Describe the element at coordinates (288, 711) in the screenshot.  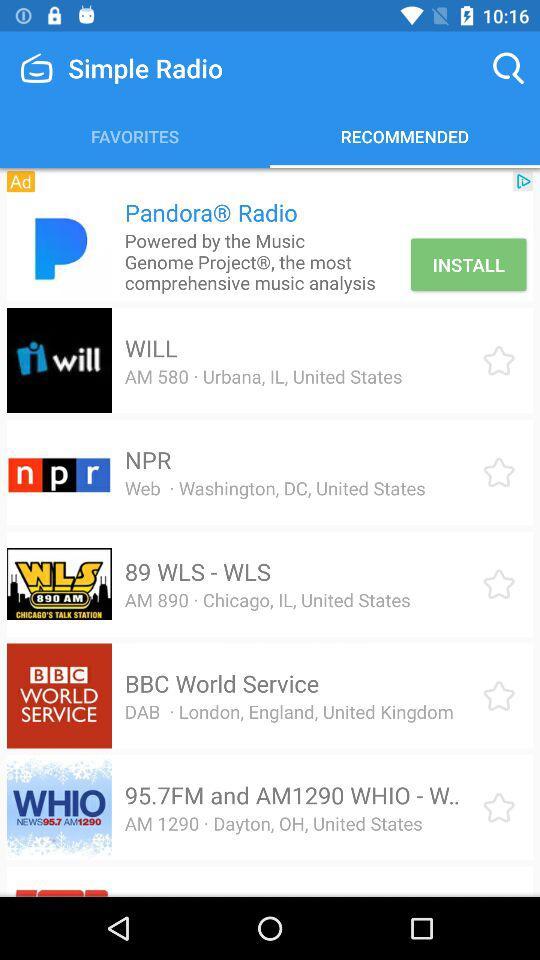
I see `item above the 95 7fm and icon` at that location.